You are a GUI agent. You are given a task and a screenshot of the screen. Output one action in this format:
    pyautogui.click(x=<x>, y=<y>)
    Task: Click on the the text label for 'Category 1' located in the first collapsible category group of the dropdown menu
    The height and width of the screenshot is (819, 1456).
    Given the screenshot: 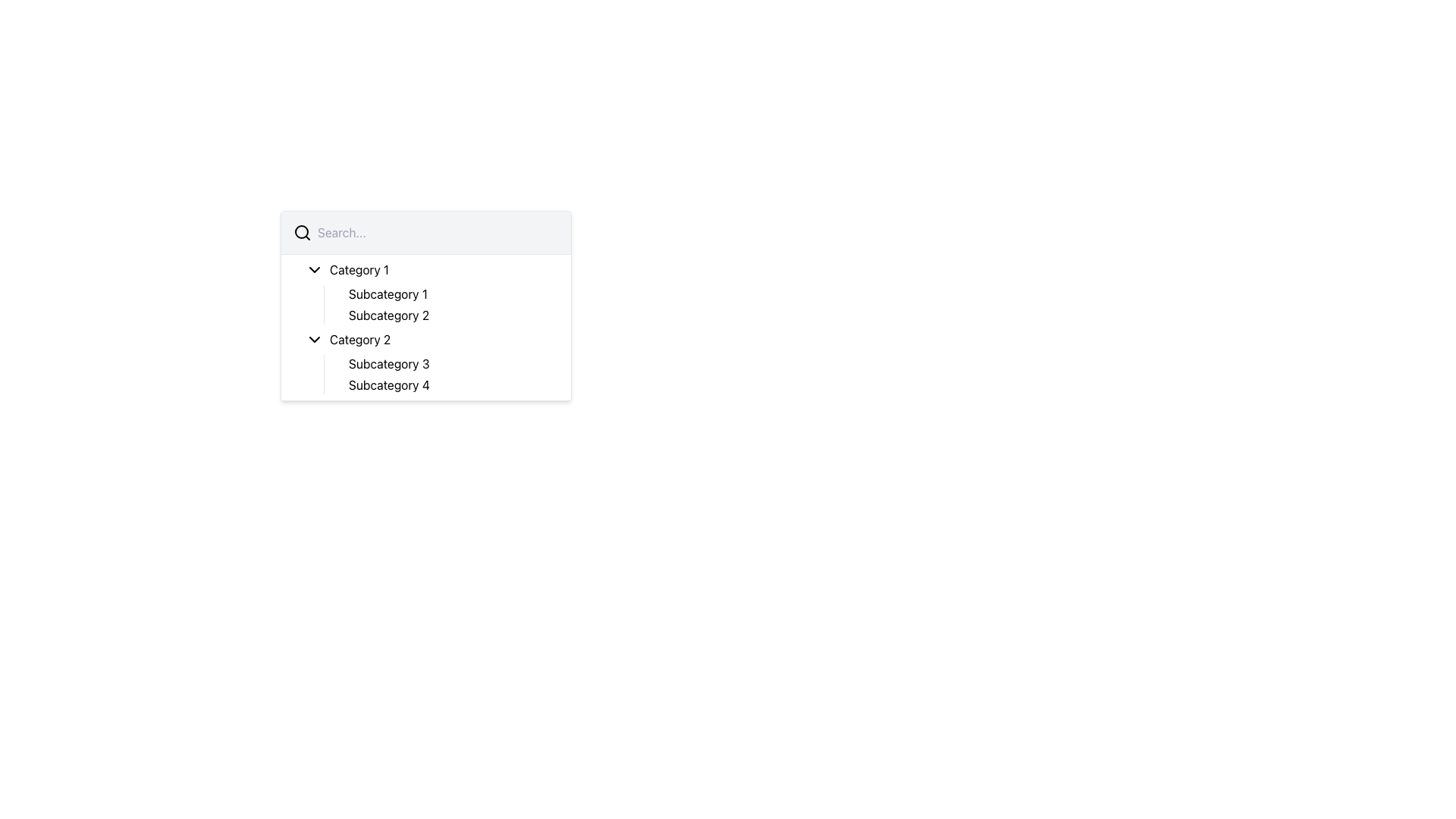 What is the action you would take?
    pyautogui.click(x=359, y=268)
    